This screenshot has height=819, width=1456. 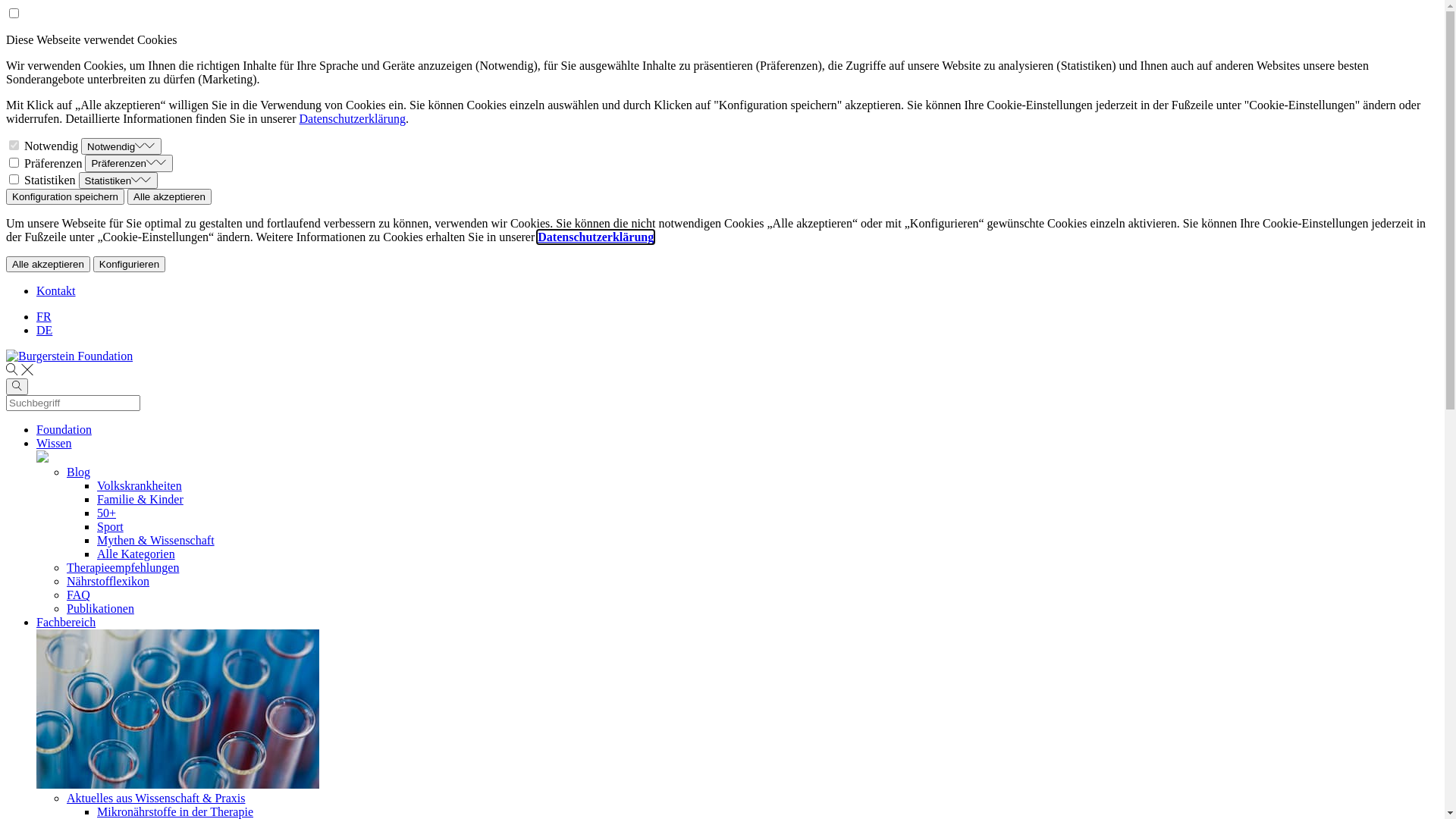 I want to click on 'DE', so click(x=36, y=329).